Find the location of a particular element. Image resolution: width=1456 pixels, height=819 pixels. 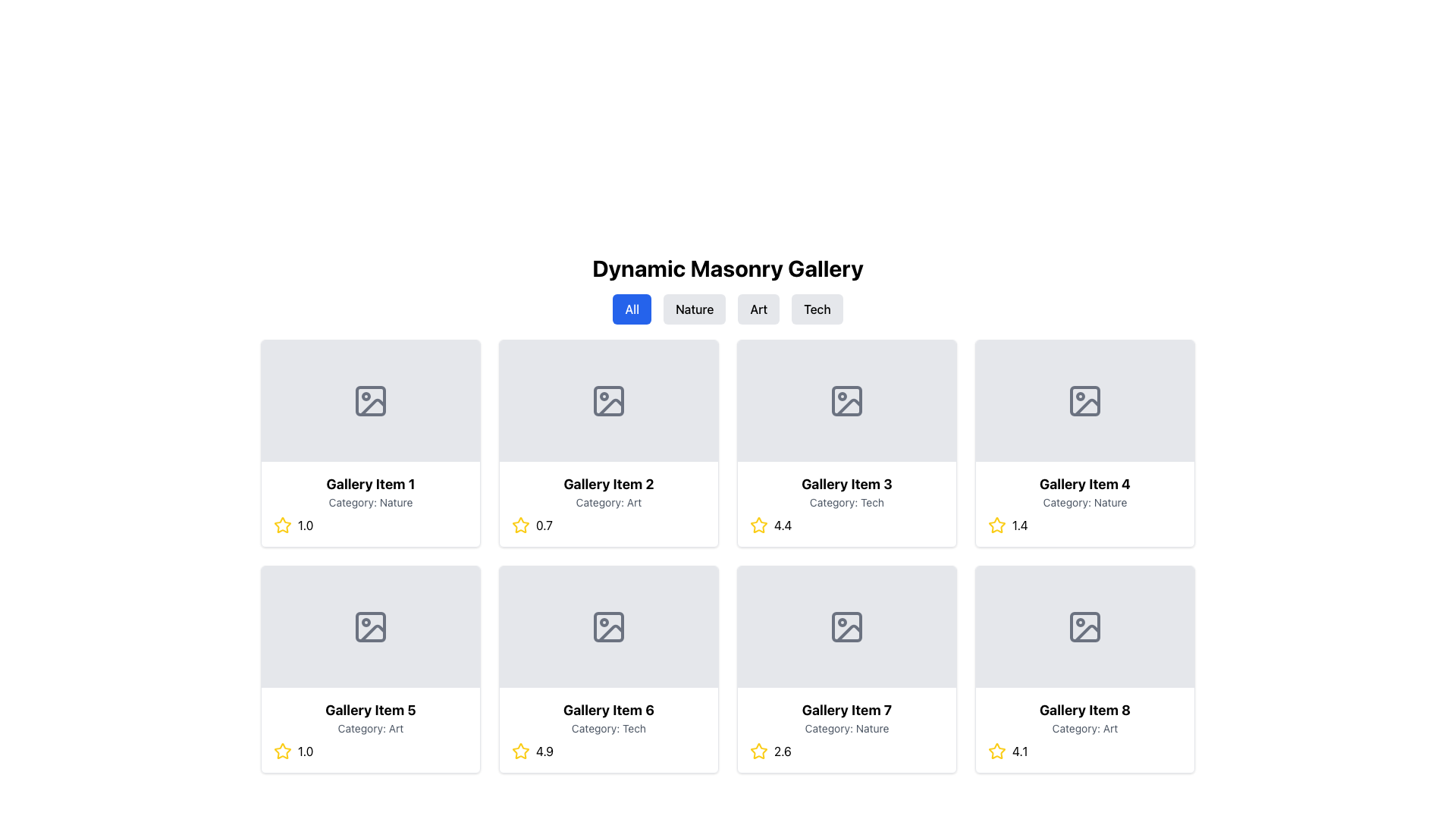

the image placeholder in the gallery card labeled 'Gallery Item 5' if it is linked is located at coordinates (371, 626).